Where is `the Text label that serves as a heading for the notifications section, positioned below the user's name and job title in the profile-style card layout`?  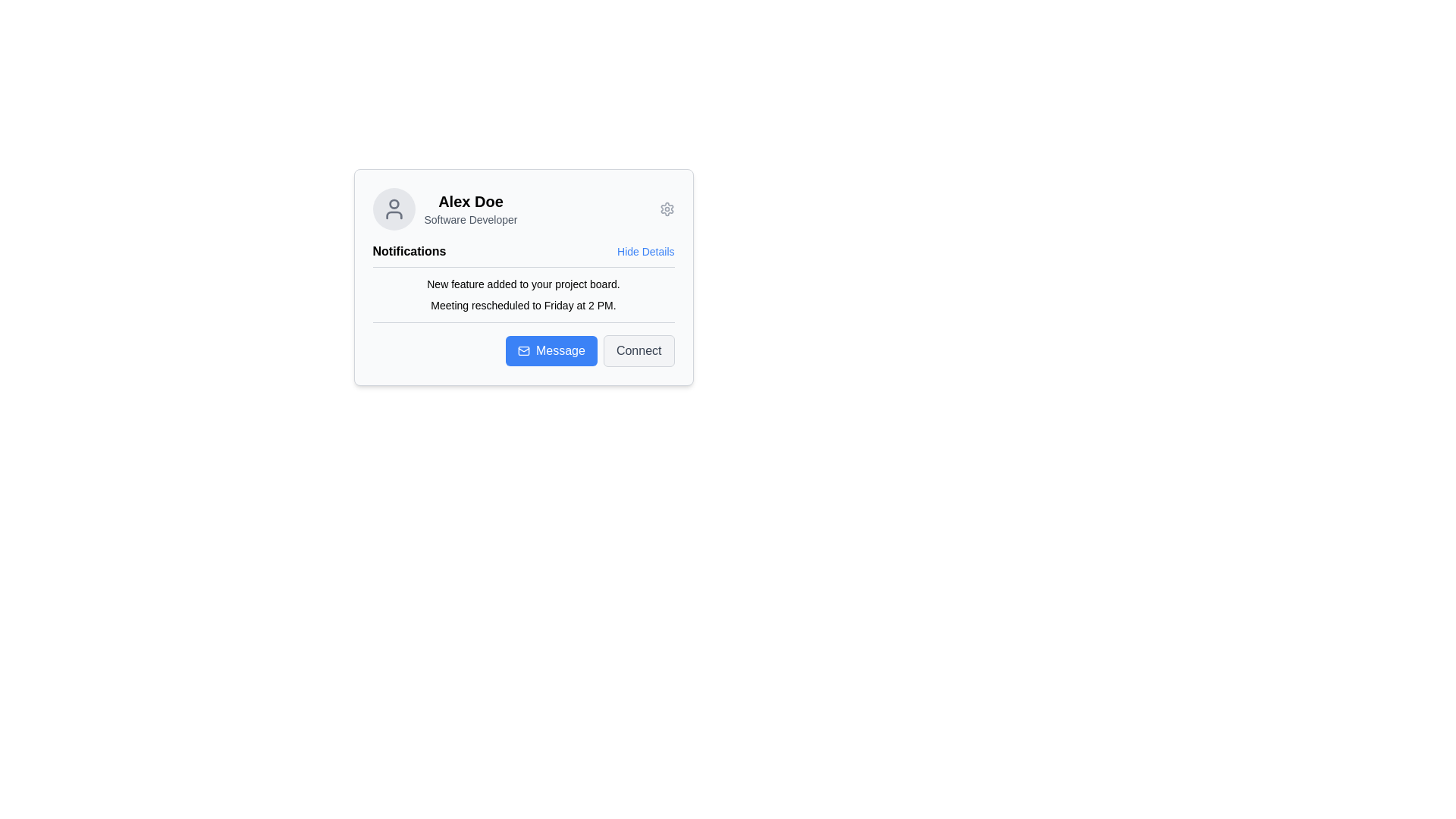 the Text label that serves as a heading for the notifications section, positioned below the user's name and job title in the profile-style card layout is located at coordinates (409, 250).